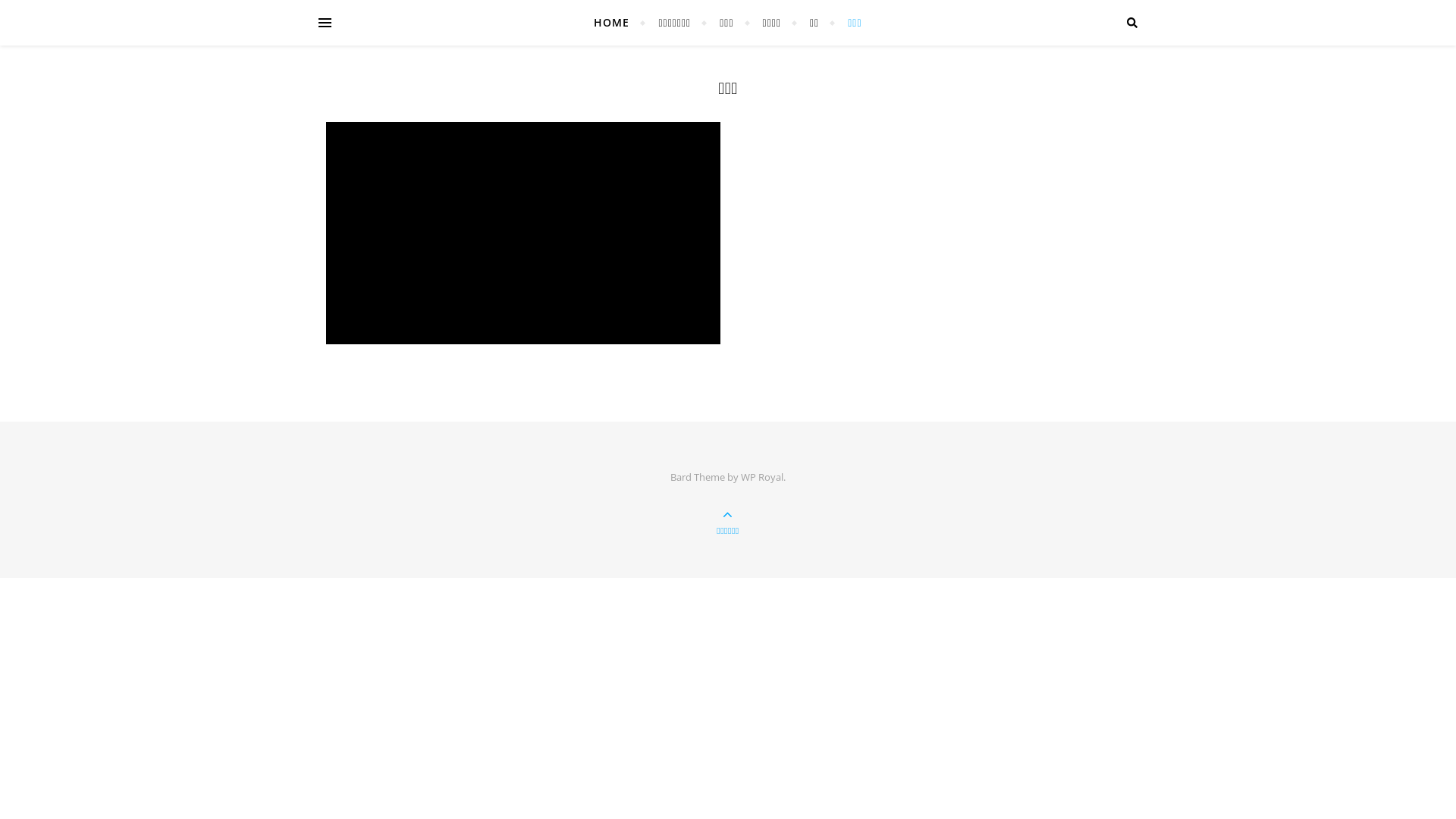 The width and height of the screenshot is (1456, 819). Describe the element at coordinates (761, 475) in the screenshot. I see `'WP Royal'` at that location.